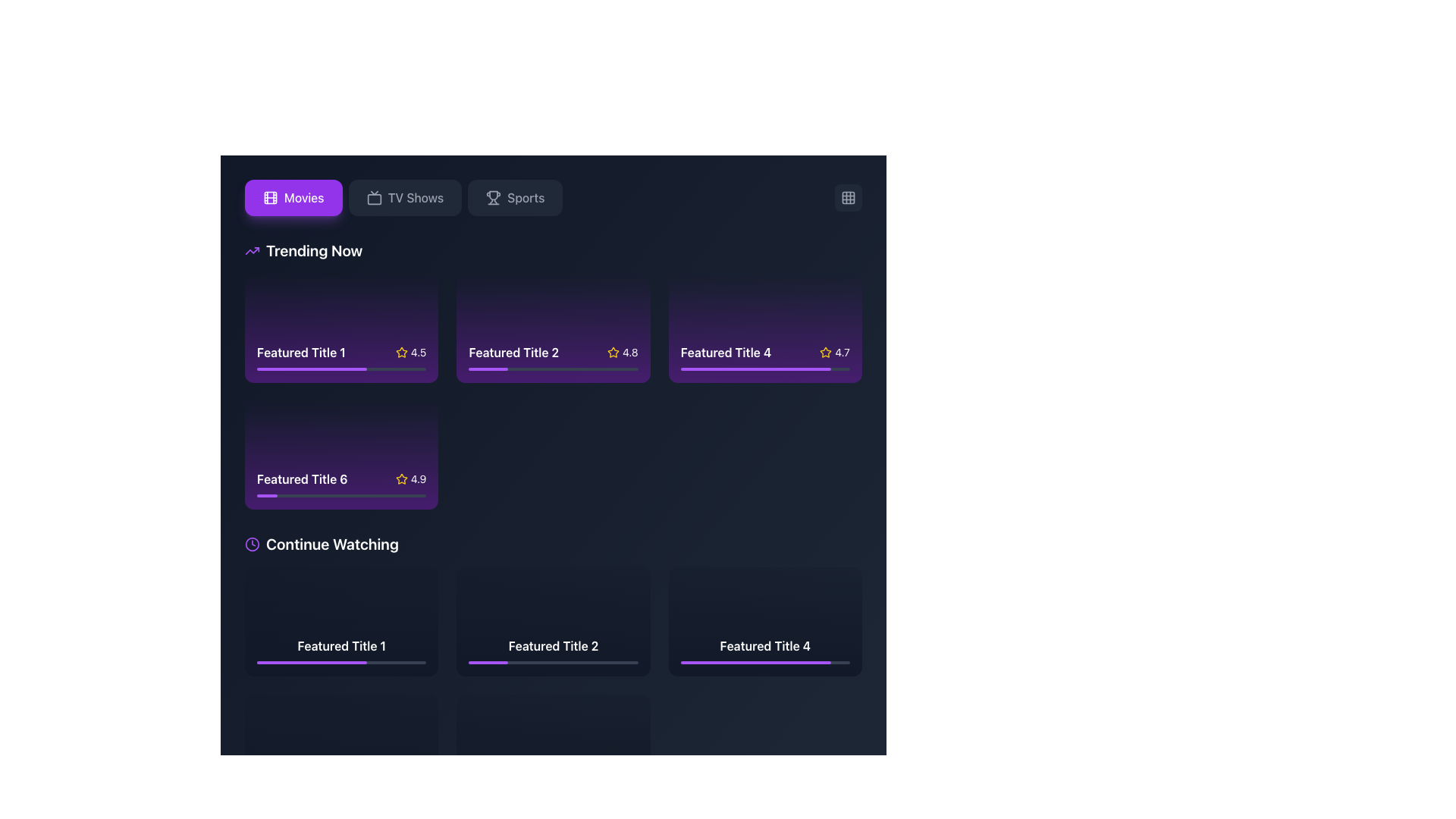 The width and height of the screenshot is (1456, 819). Describe the element at coordinates (494, 197) in the screenshot. I see `the trophy icon within the 'Sports' button` at that location.